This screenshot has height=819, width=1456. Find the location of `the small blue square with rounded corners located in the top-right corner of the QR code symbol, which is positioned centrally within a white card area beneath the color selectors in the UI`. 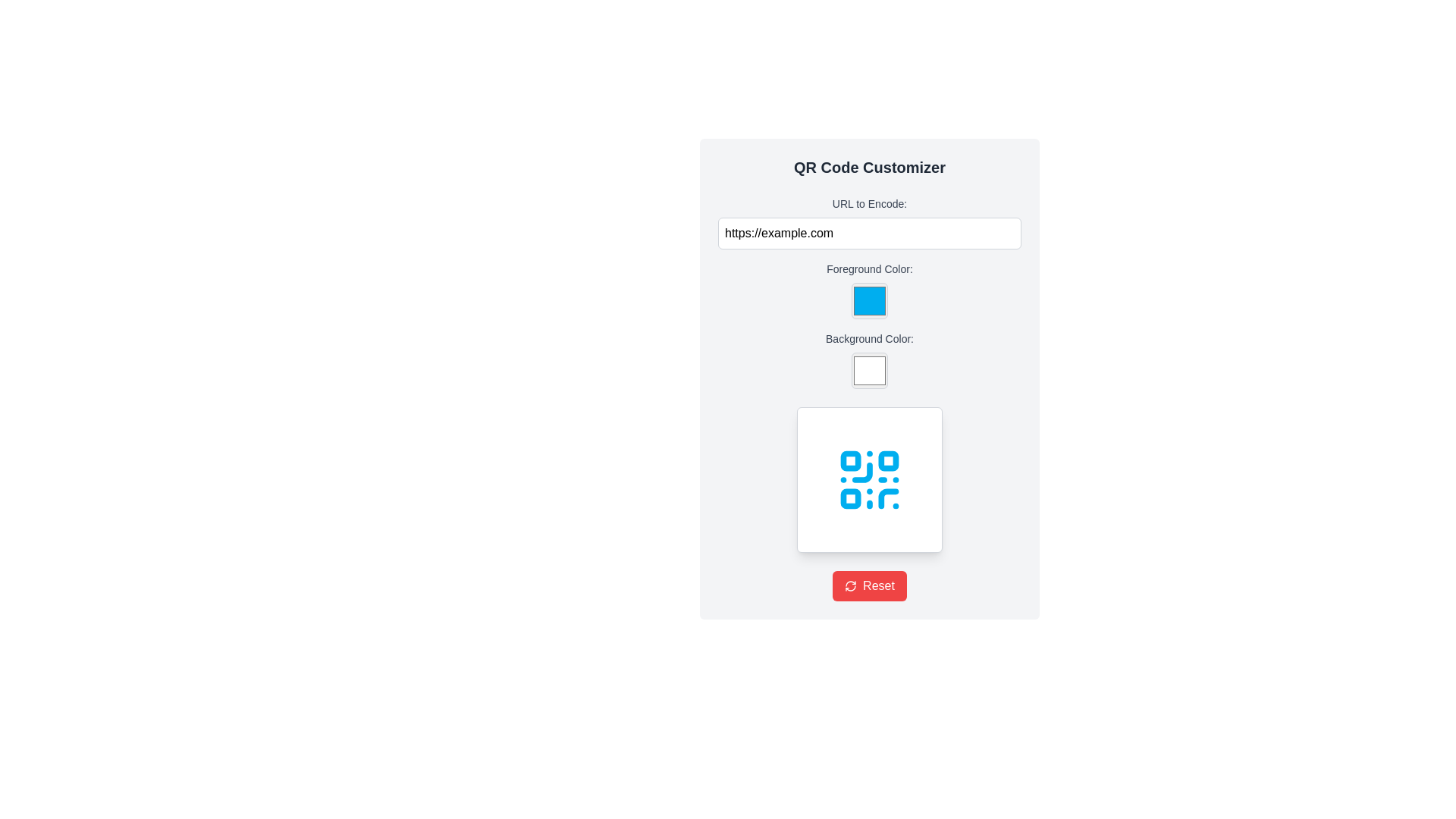

the small blue square with rounded corners located in the top-right corner of the QR code symbol, which is positioned centrally within a white card area beneath the color selectors in the UI is located at coordinates (888, 460).